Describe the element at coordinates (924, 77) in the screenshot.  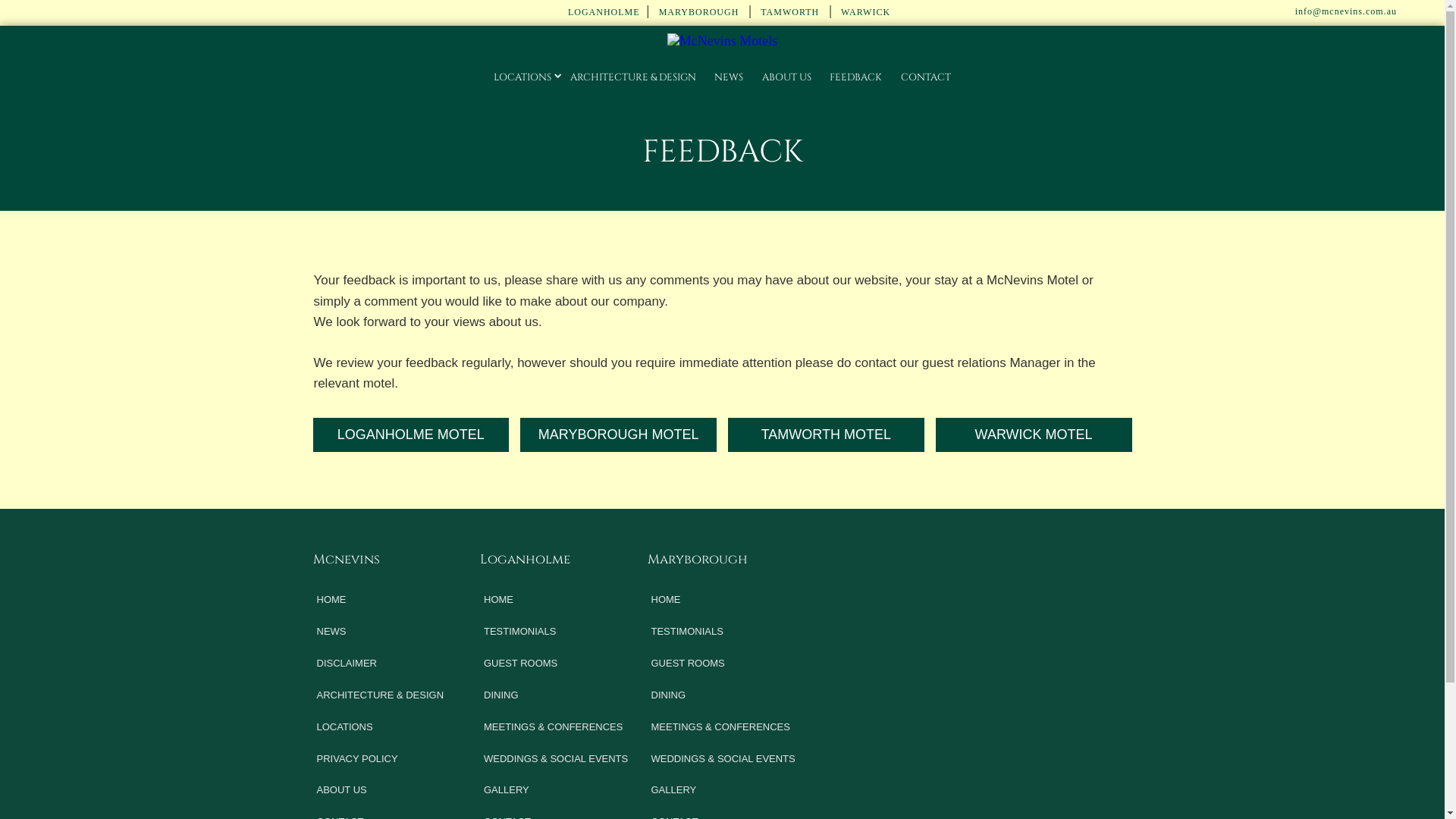
I see `'CONTACT'` at that location.